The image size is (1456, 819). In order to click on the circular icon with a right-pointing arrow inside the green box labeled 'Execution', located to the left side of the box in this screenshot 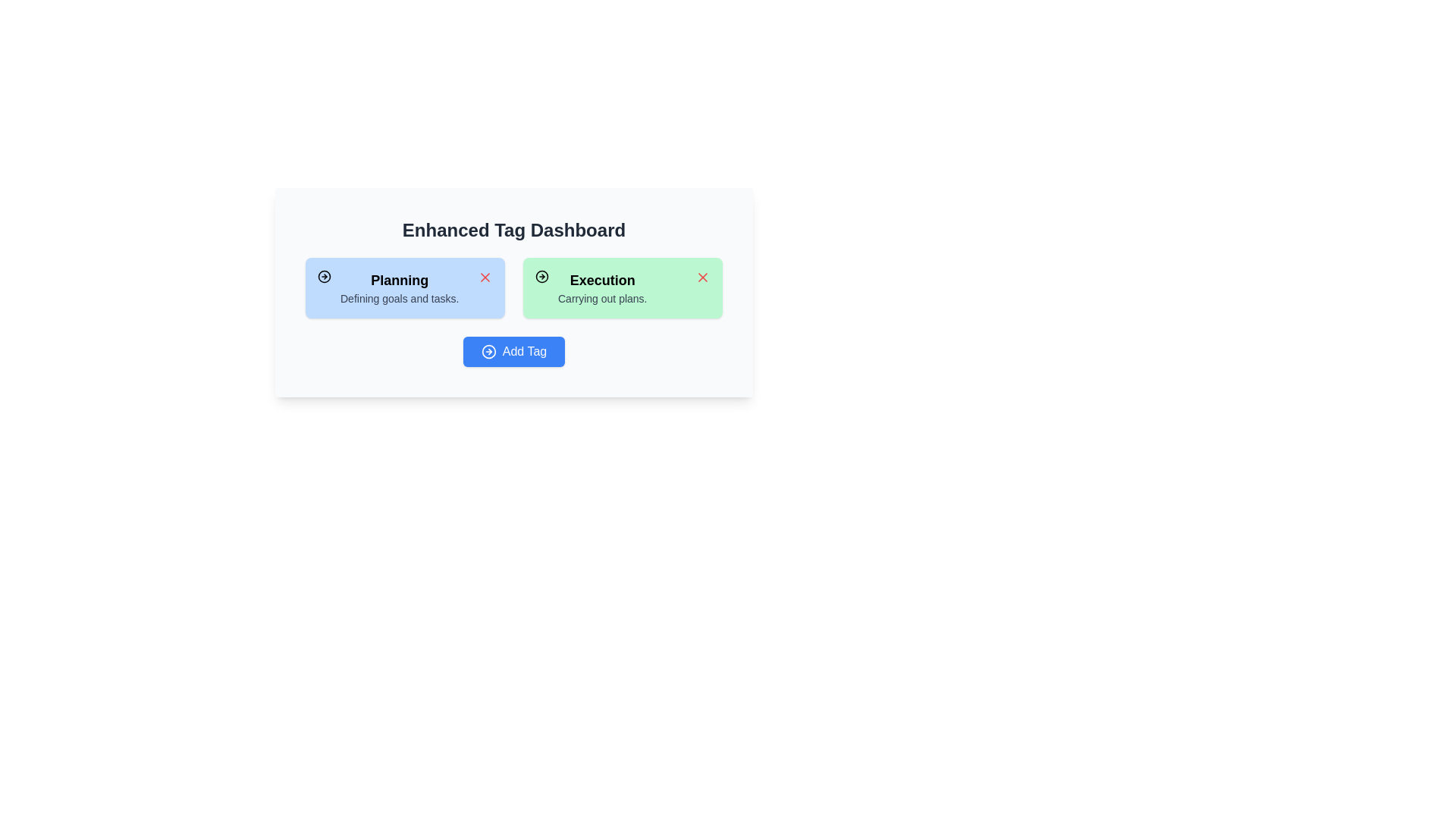, I will do `click(542, 277)`.